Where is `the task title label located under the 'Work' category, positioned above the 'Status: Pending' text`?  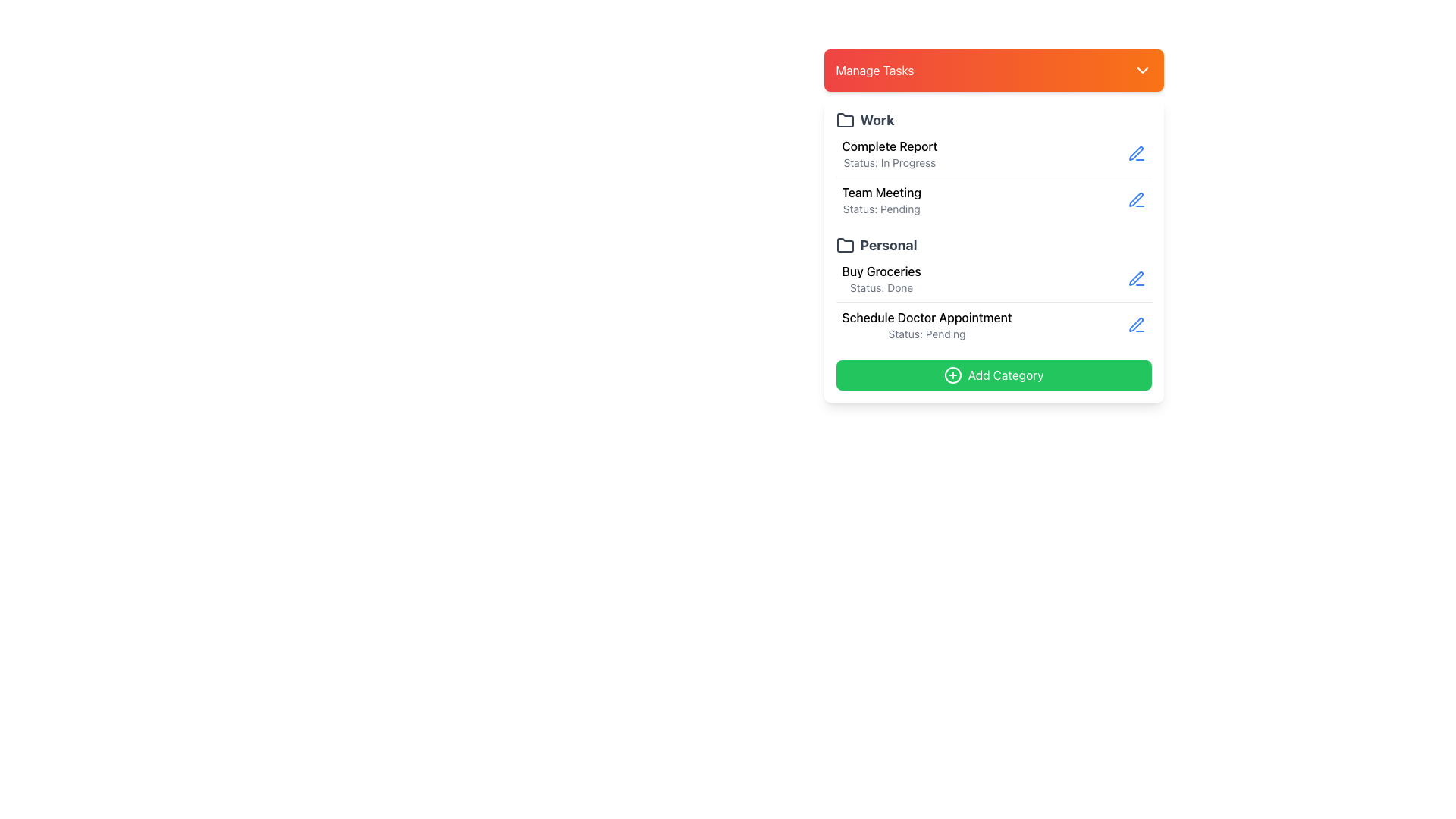
the task title label located under the 'Work' category, positioned above the 'Status: Pending' text is located at coordinates (881, 192).